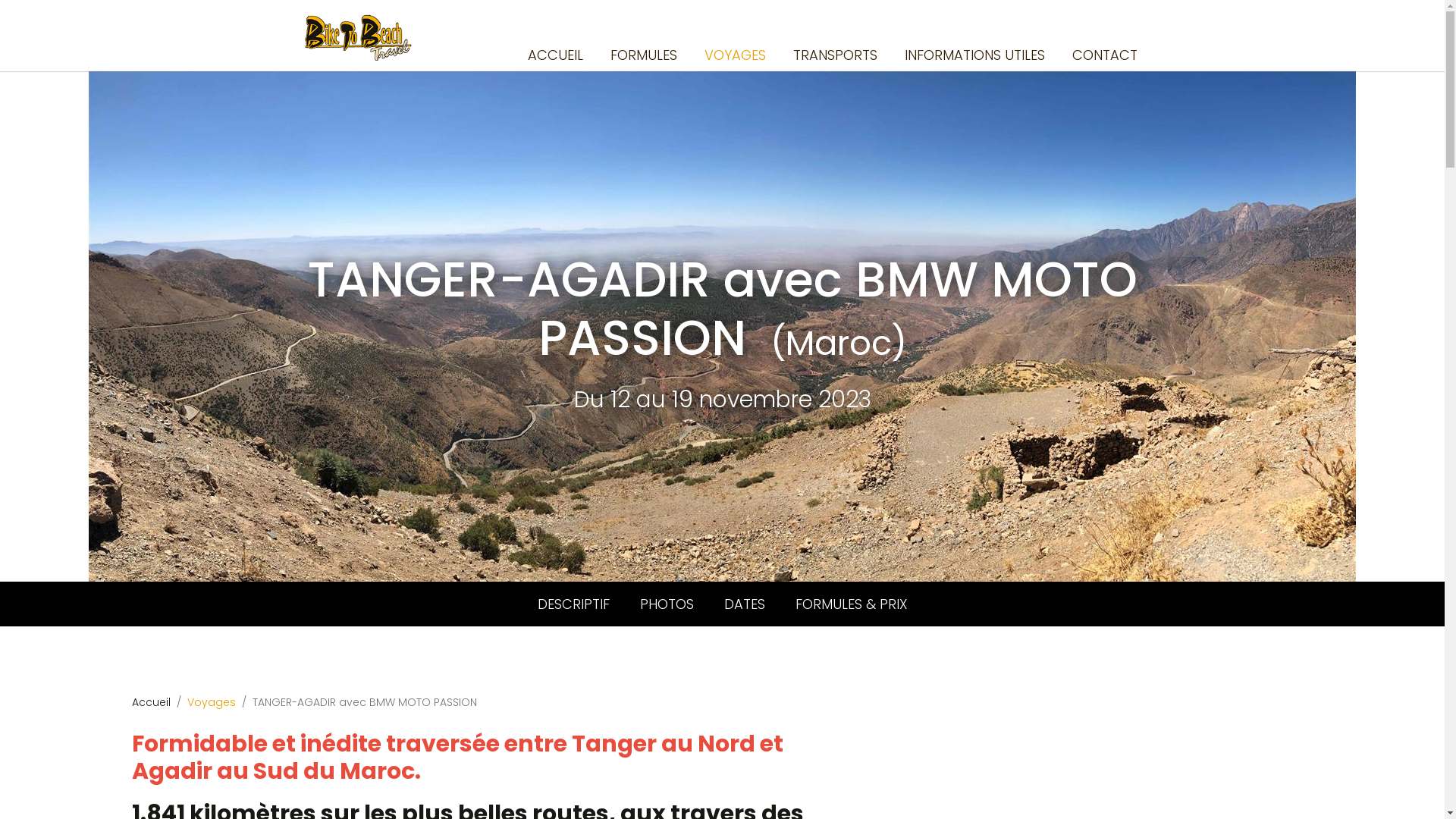 The height and width of the screenshot is (819, 1456). Describe the element at coordinates (554, 54) in the screenshot. I see `'ACCUEIL'` at that location.